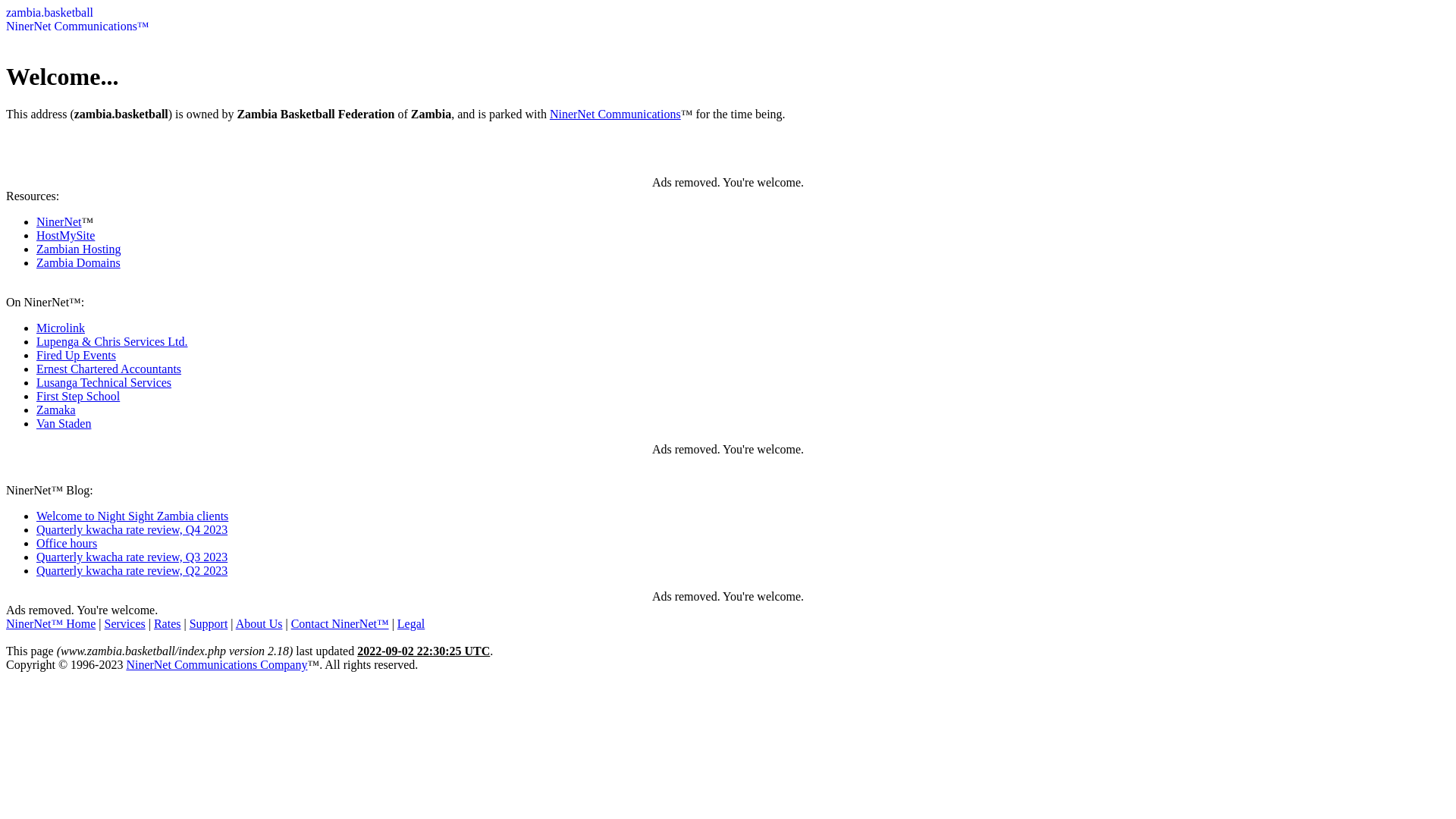 The width and height of the screenshot is (1456, 819). What do you see at coordinates (65, 542) in the screenshot?
I see `'Office hours'` at bounding box center [65, 542].